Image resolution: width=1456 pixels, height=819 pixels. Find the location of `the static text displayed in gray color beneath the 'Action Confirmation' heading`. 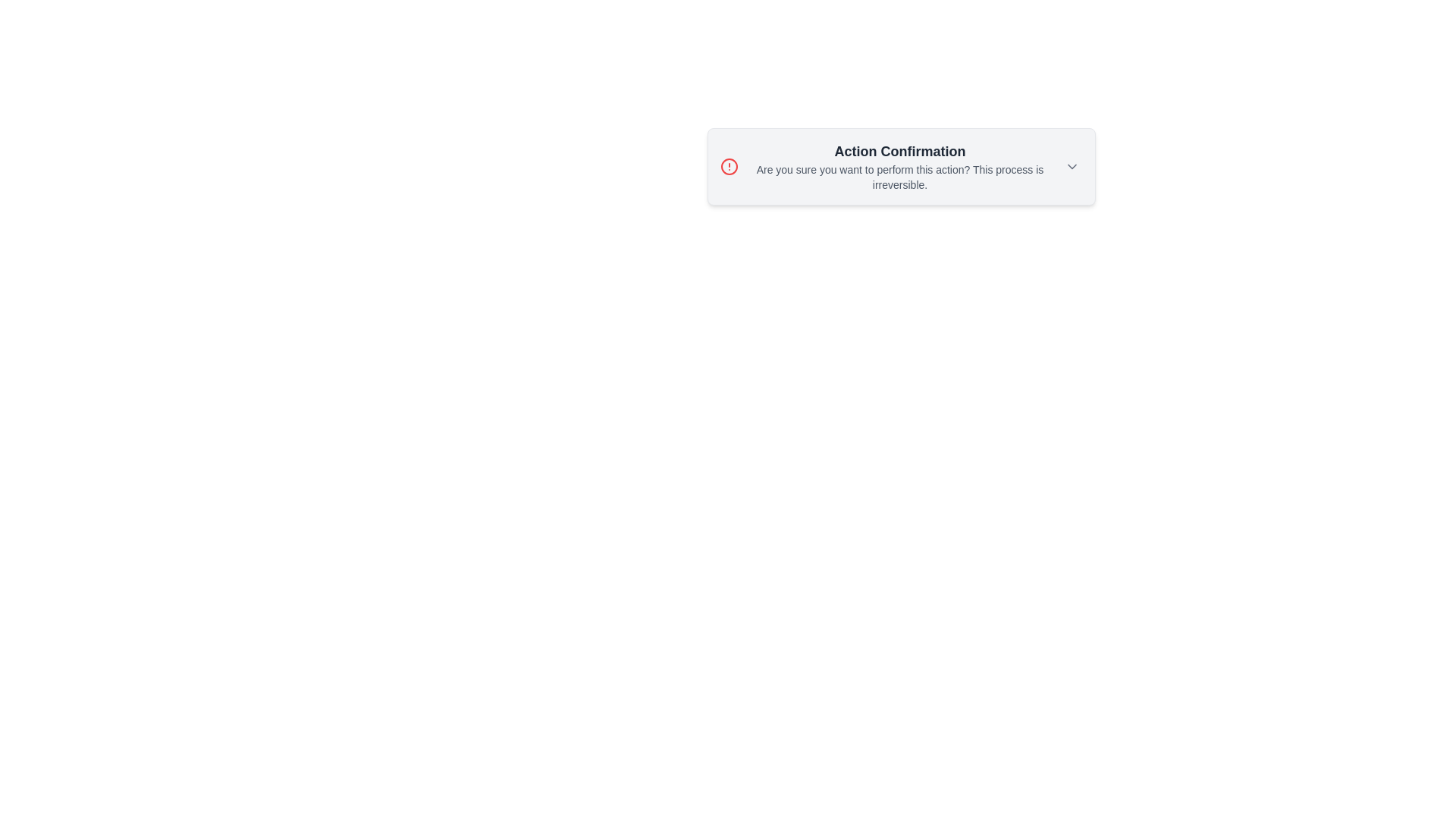

the static text displayed in gray color beneath the 'Action Confirmation' heading is located at coordinates (899, 177).